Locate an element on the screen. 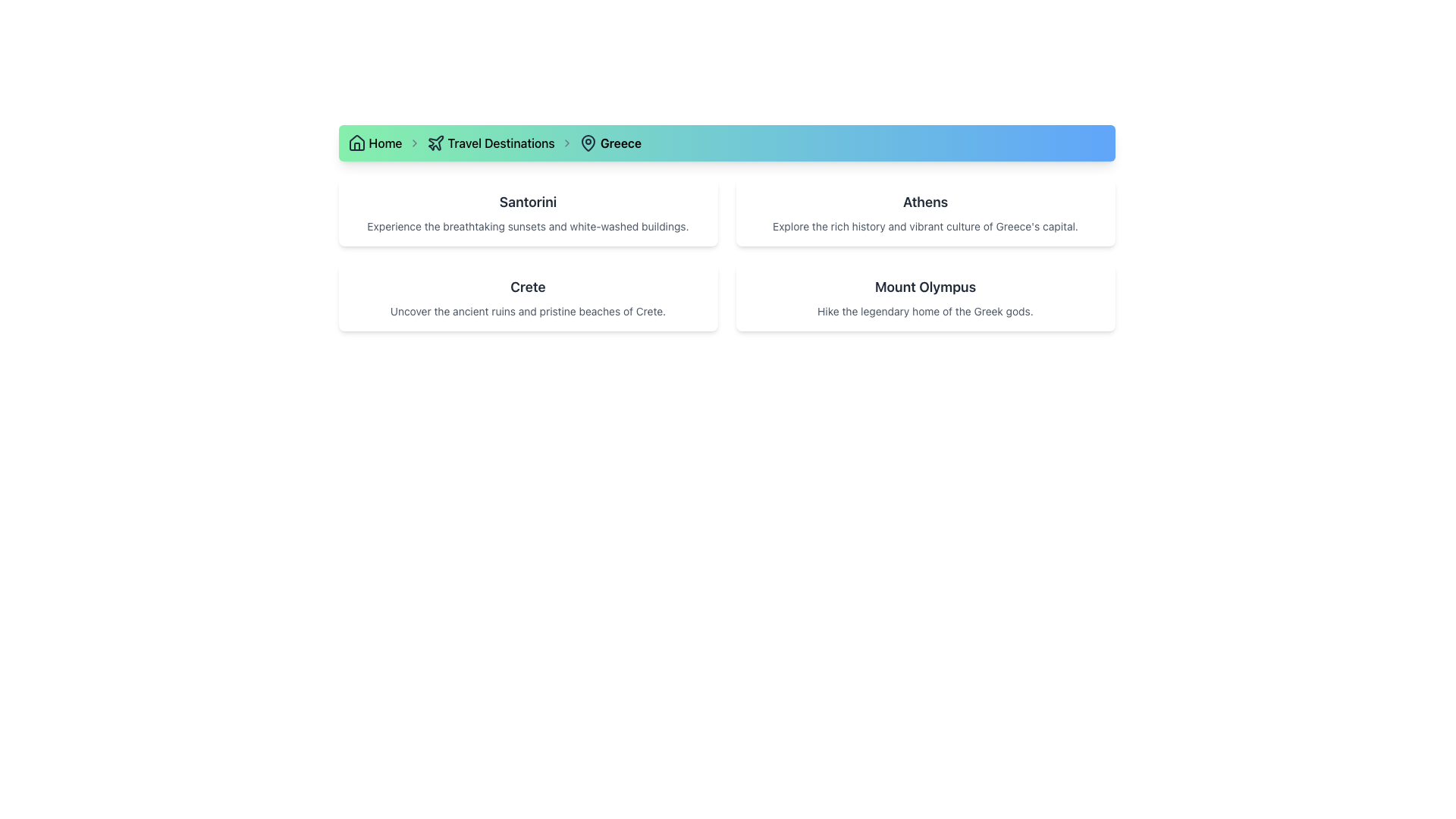  information displayed in the Text Label that states 'Hike the legendary home of the Greek gods.' located below the title 'Mount Olympus' in the content card is located at coordinates (924, 311).